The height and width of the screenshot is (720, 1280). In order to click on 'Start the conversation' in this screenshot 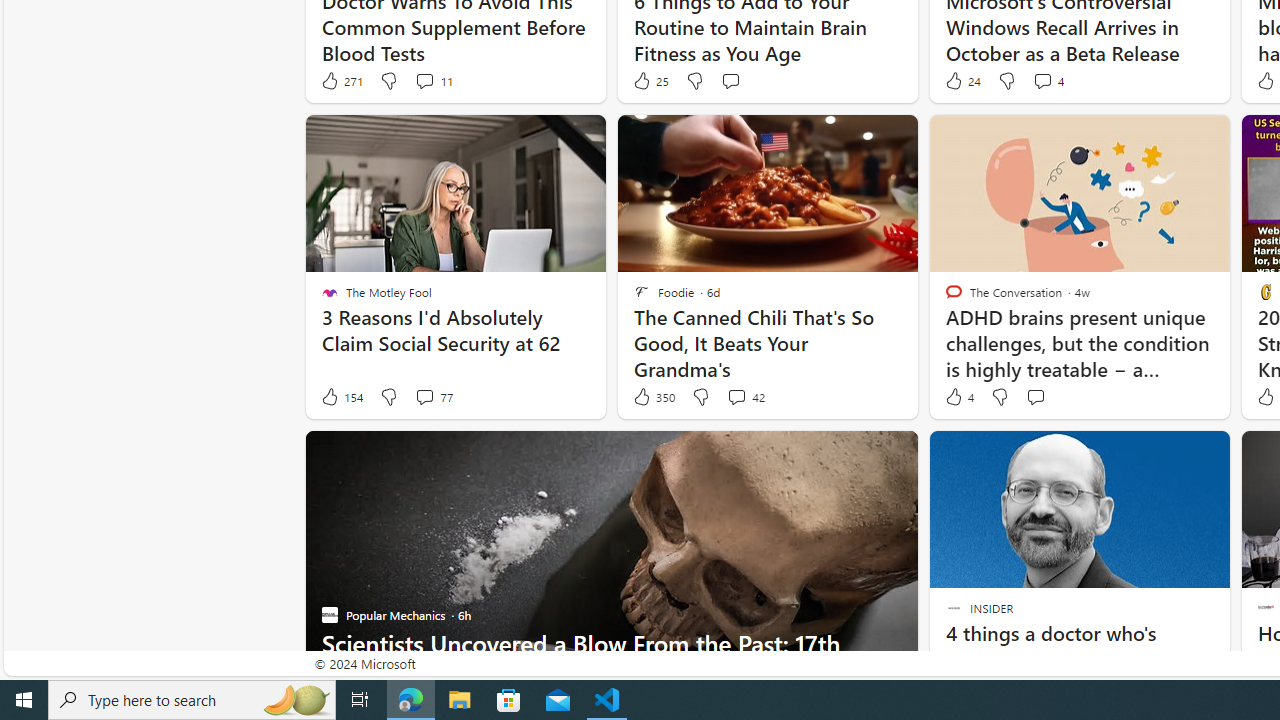, I will do `click(1035, 397)`.